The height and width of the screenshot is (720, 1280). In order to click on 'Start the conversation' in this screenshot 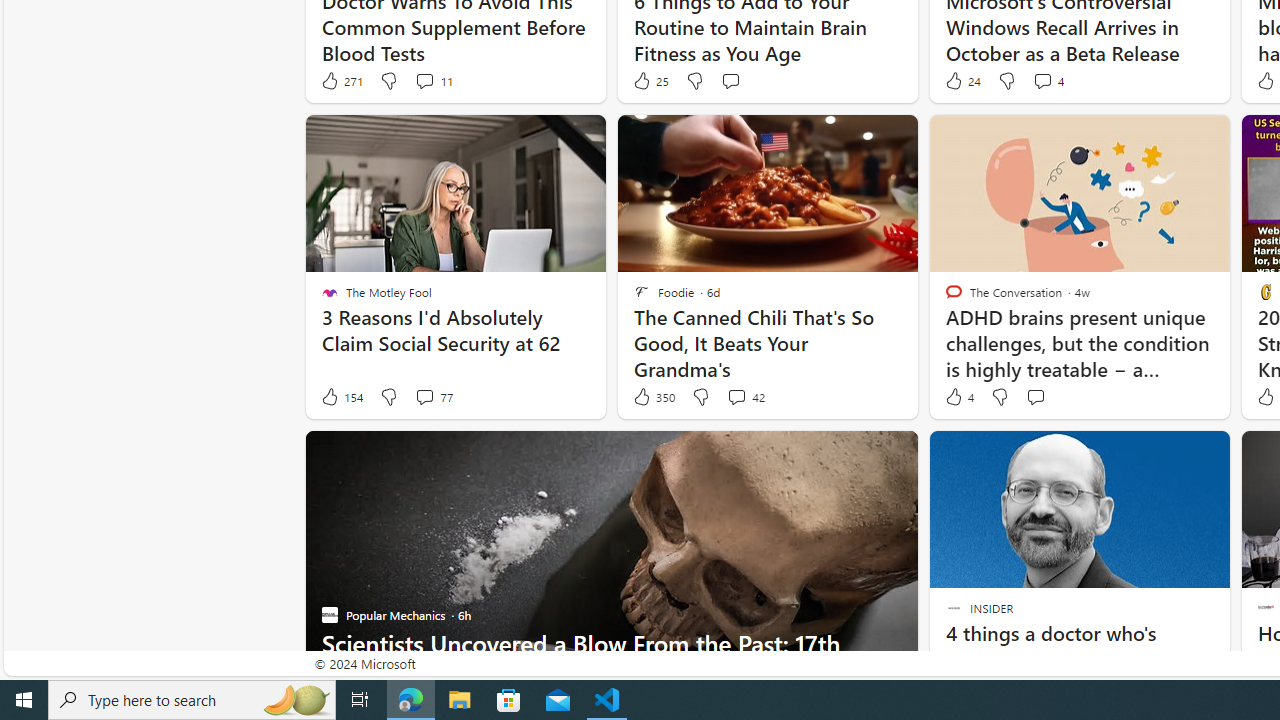, I will do `click(1035, 397)`.